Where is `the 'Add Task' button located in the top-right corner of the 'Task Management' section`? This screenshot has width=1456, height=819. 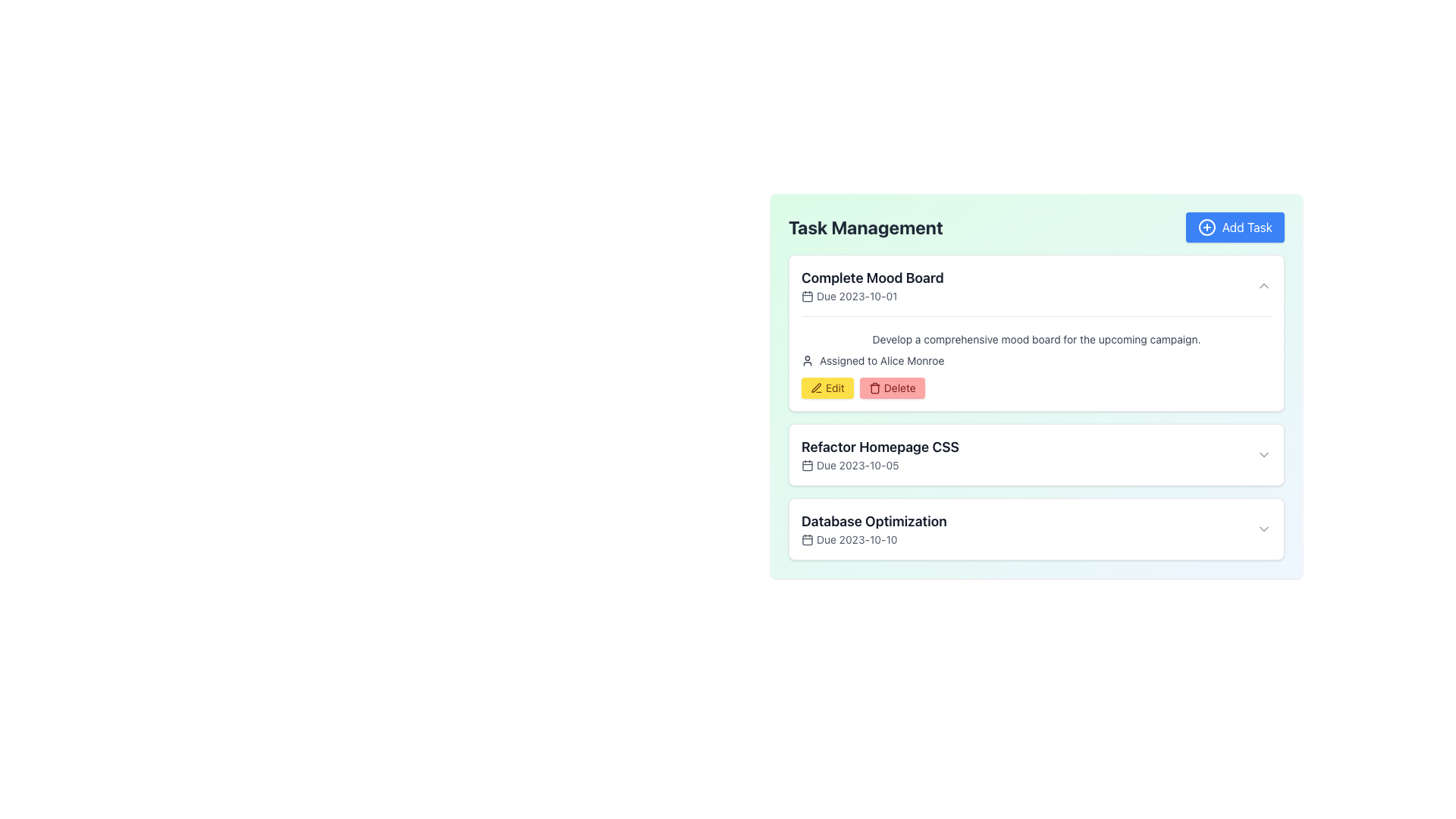
the 'Add Task' button located in the top-right corner of the 'Task Management' section is located at coordinates (1235, 227).